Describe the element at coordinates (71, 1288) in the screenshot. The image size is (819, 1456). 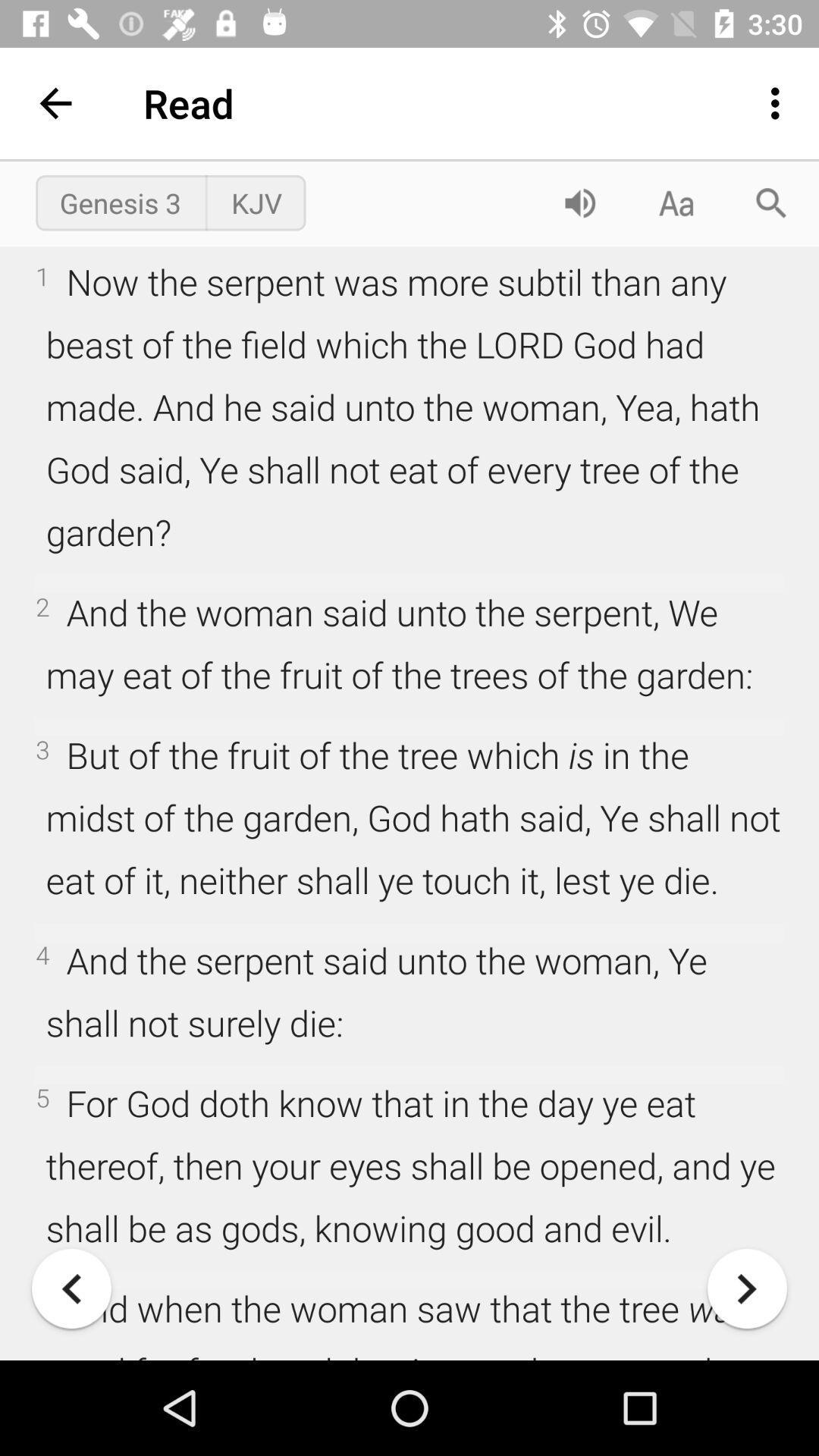
I see `go back` at that location.